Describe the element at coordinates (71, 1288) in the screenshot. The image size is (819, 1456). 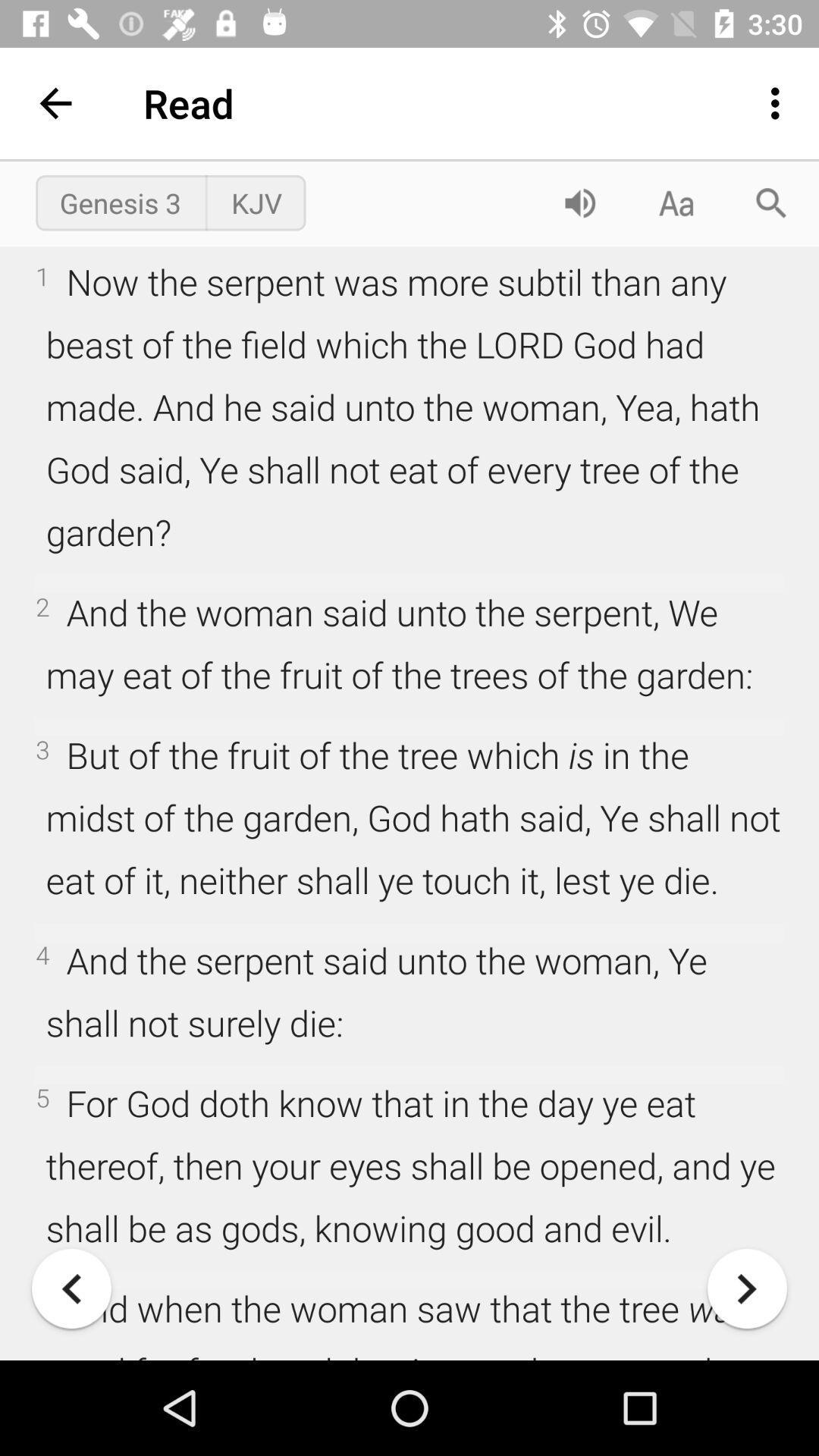
I see `go back` at that location.